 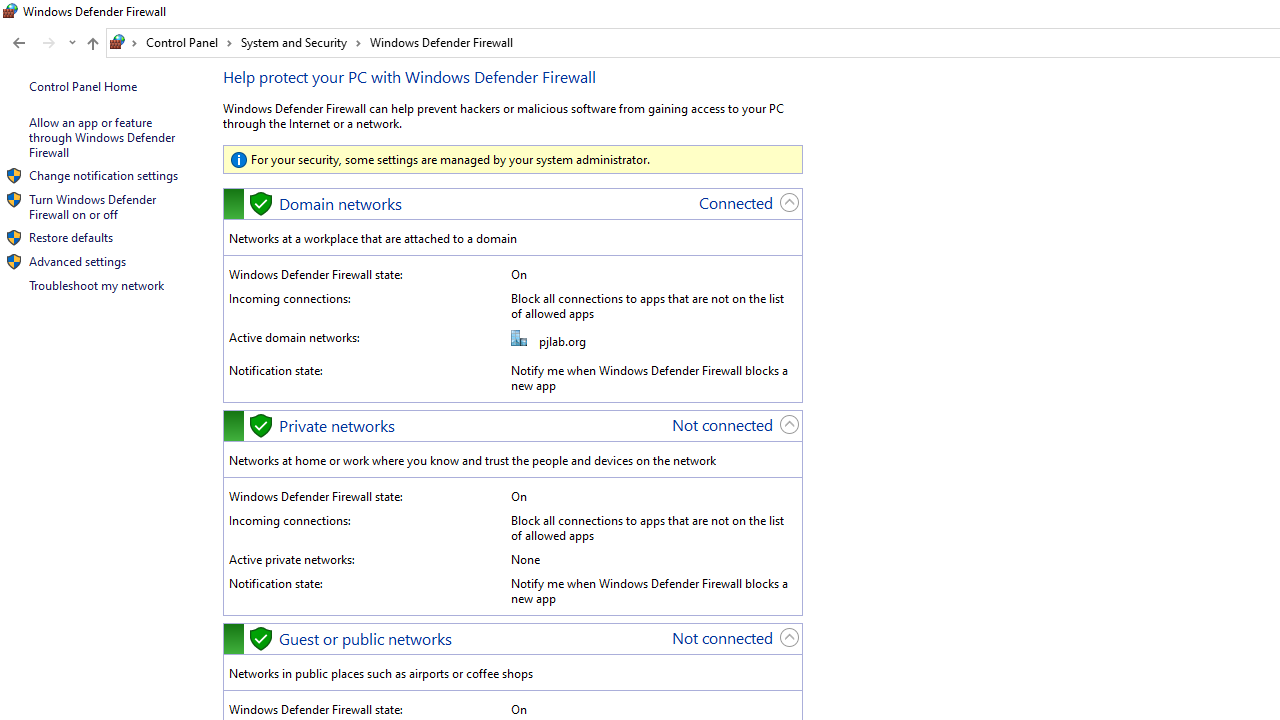 What do you see at coordinates (300, 42) in the screenshot?
I see `'System and Security'` at bounding box center [300, 42].